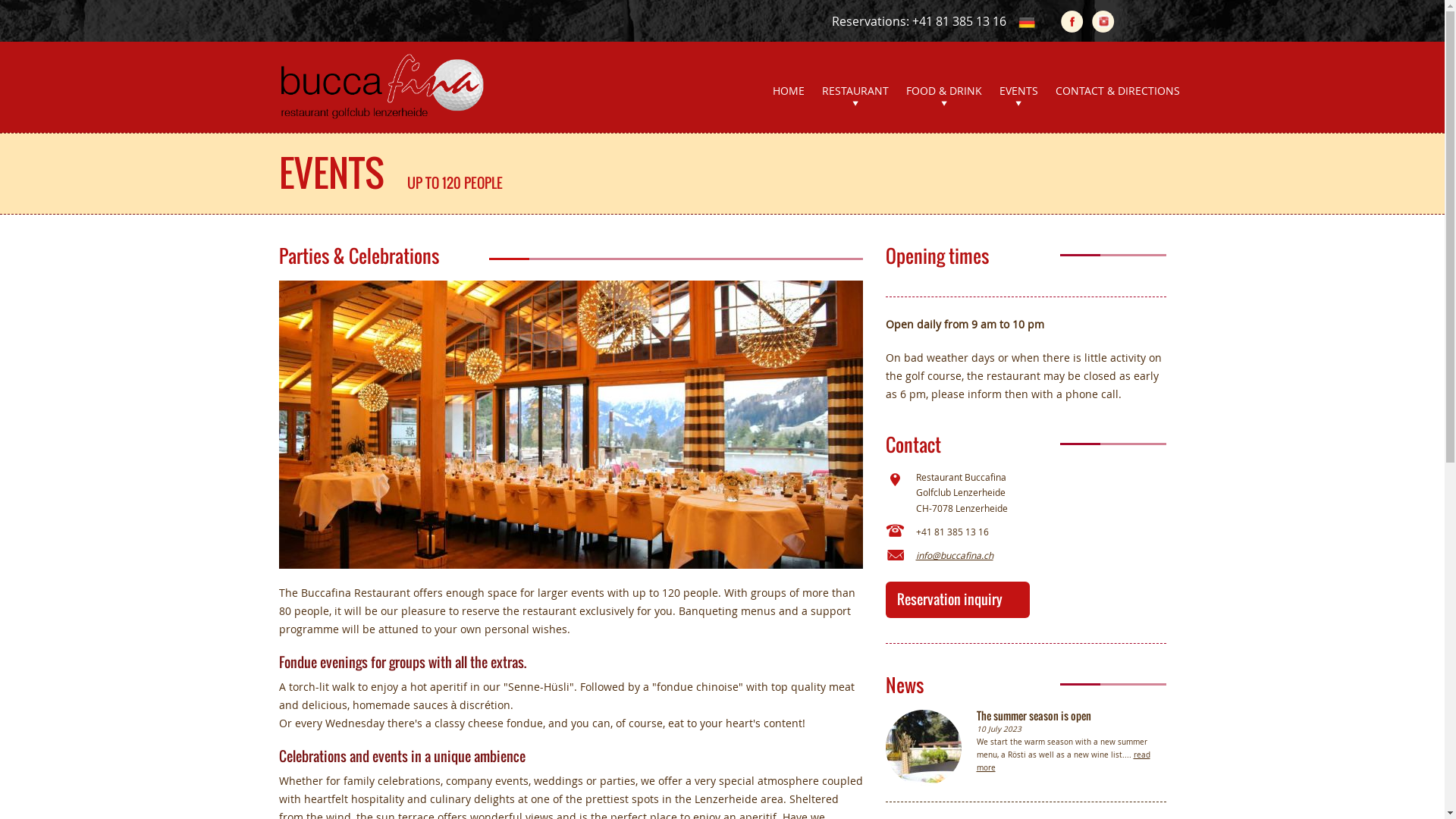 The image size is (1456, 819). Describe the element at coordinates (895, 485) in the screenshot. I see `'Address'` at that location.